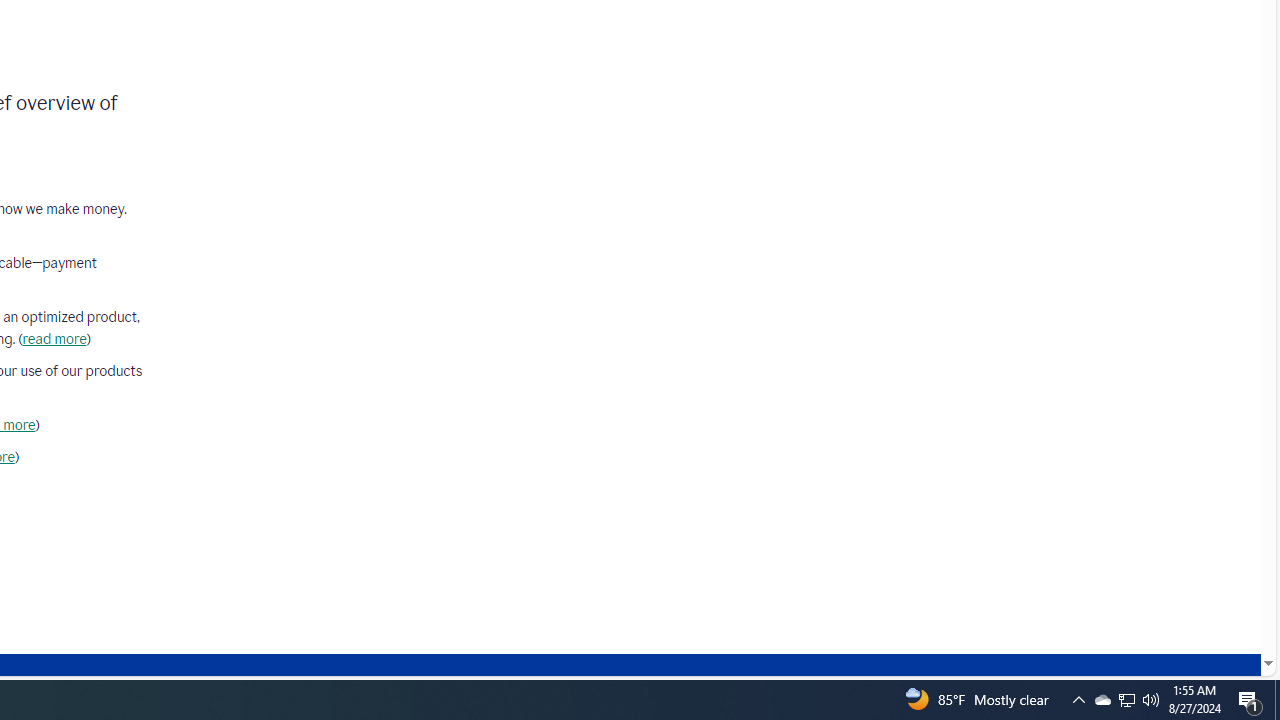  What do you see at coordinates (54, 338) in the screenshot?
I see `'read more'` at bounding box center [54, 338].